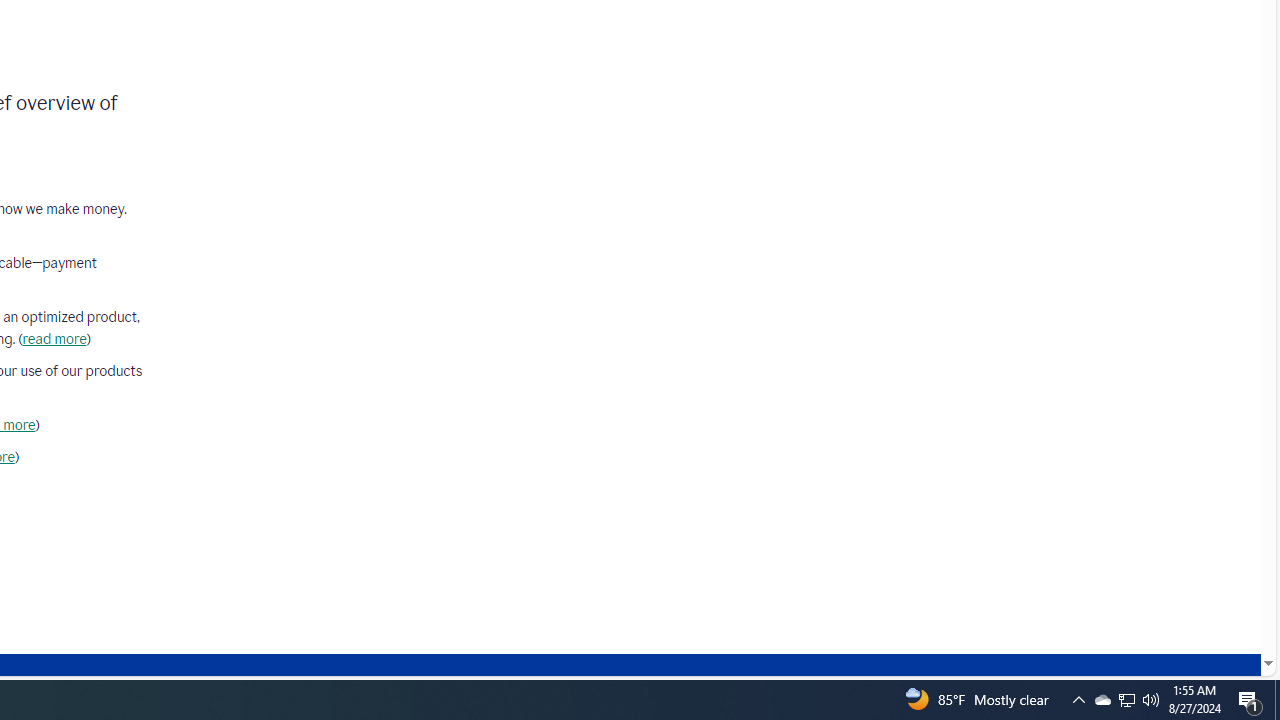  What do you see at coordinates (54, 338) in the screenshot?
I see `'read more'` at bounding box center [54, 338].